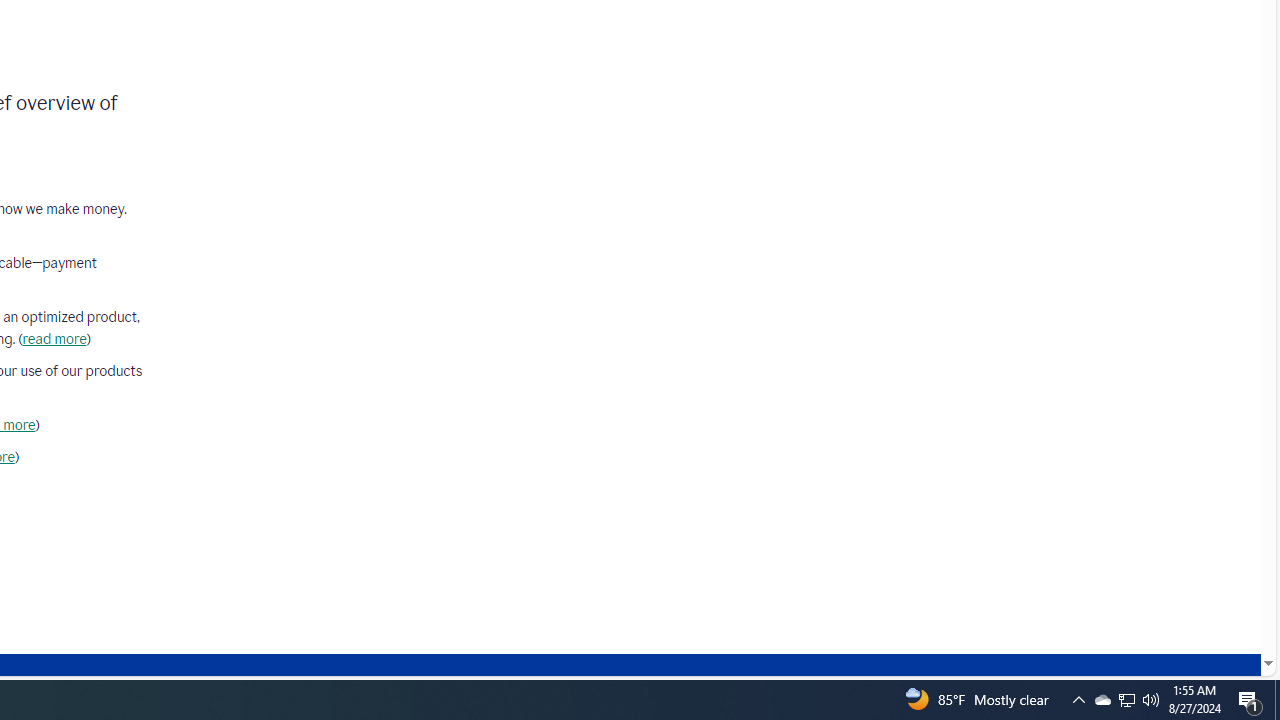  What do you see at coordinates (54, 338) in the screenshot?
I see `'read more'` at bounding box center [54, 338].